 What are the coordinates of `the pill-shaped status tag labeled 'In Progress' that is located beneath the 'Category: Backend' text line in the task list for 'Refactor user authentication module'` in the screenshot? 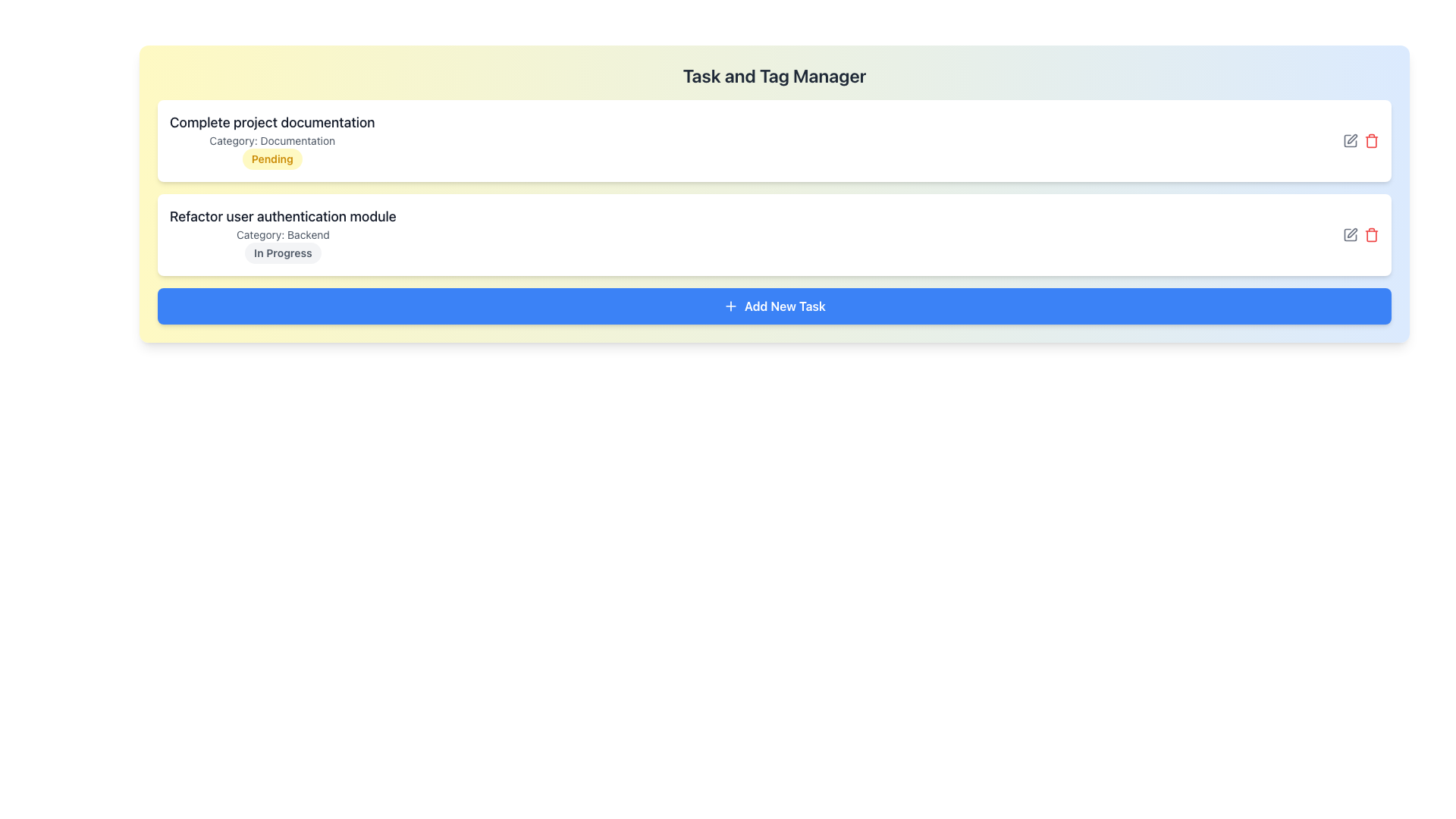 It's located at (283, 253).